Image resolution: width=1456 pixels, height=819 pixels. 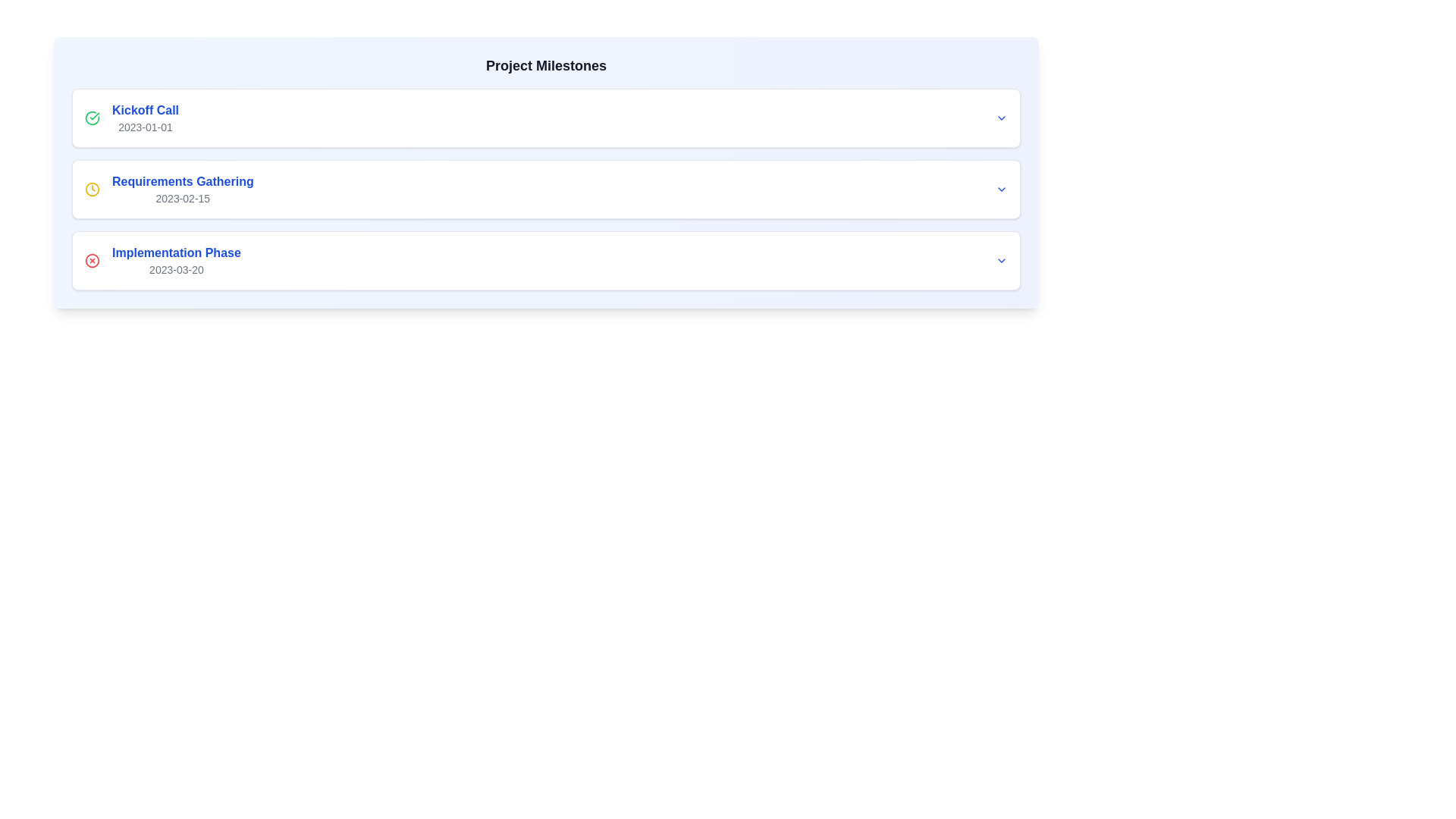 I want to click on the second row item in the 'Project Milestones' list, so click(x=546, y=189).